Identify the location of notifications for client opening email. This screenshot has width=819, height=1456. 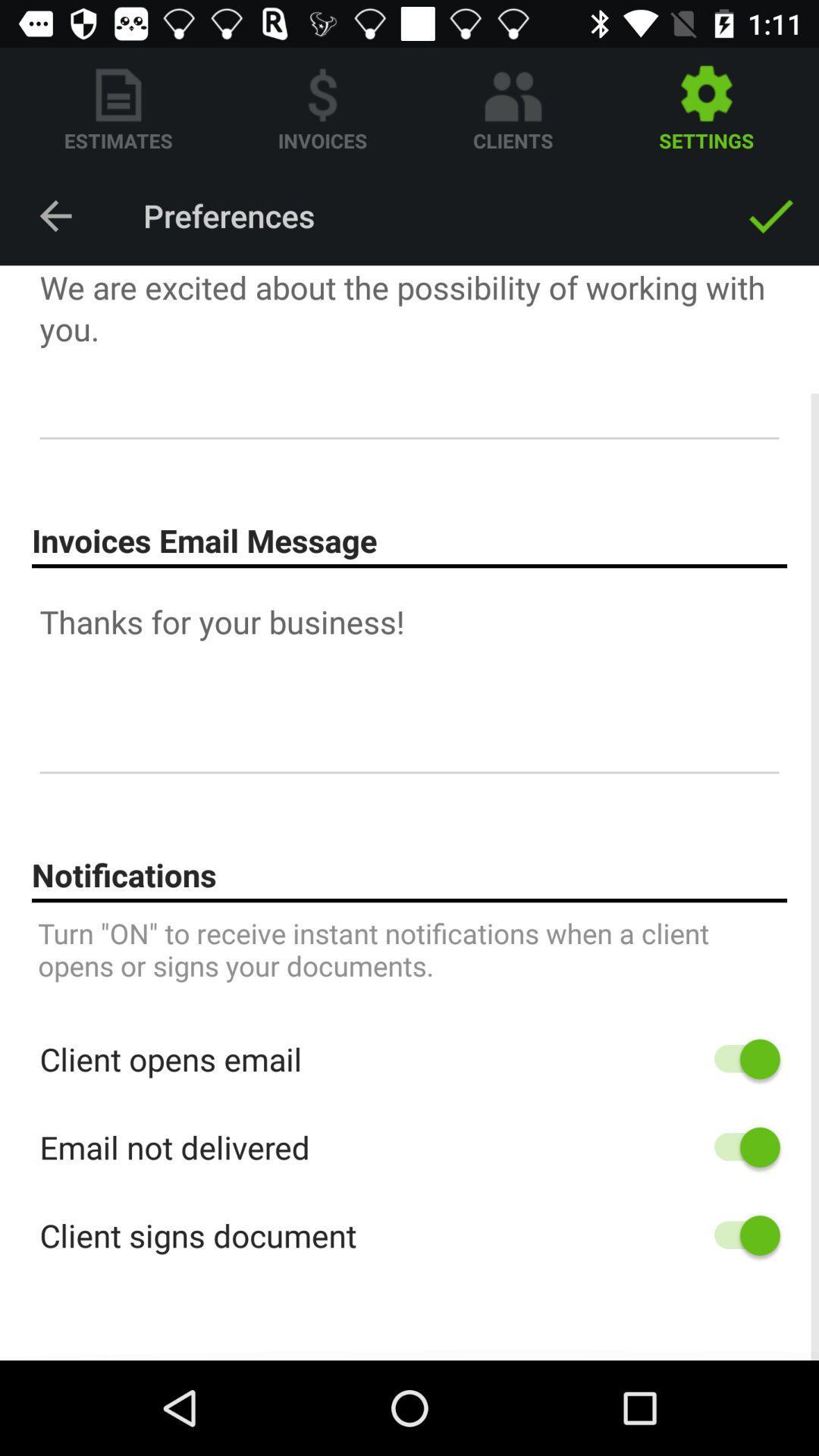
(739, 1058).